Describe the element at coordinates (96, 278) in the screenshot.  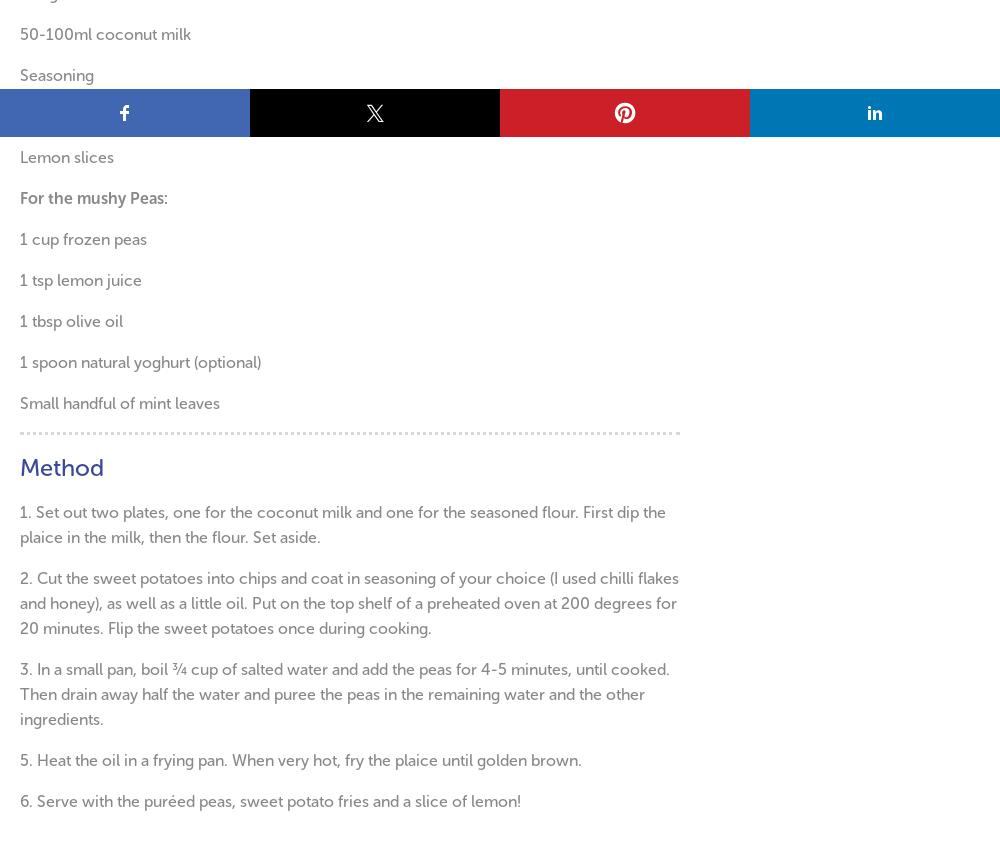
I see `'lemon juice'` at that location.